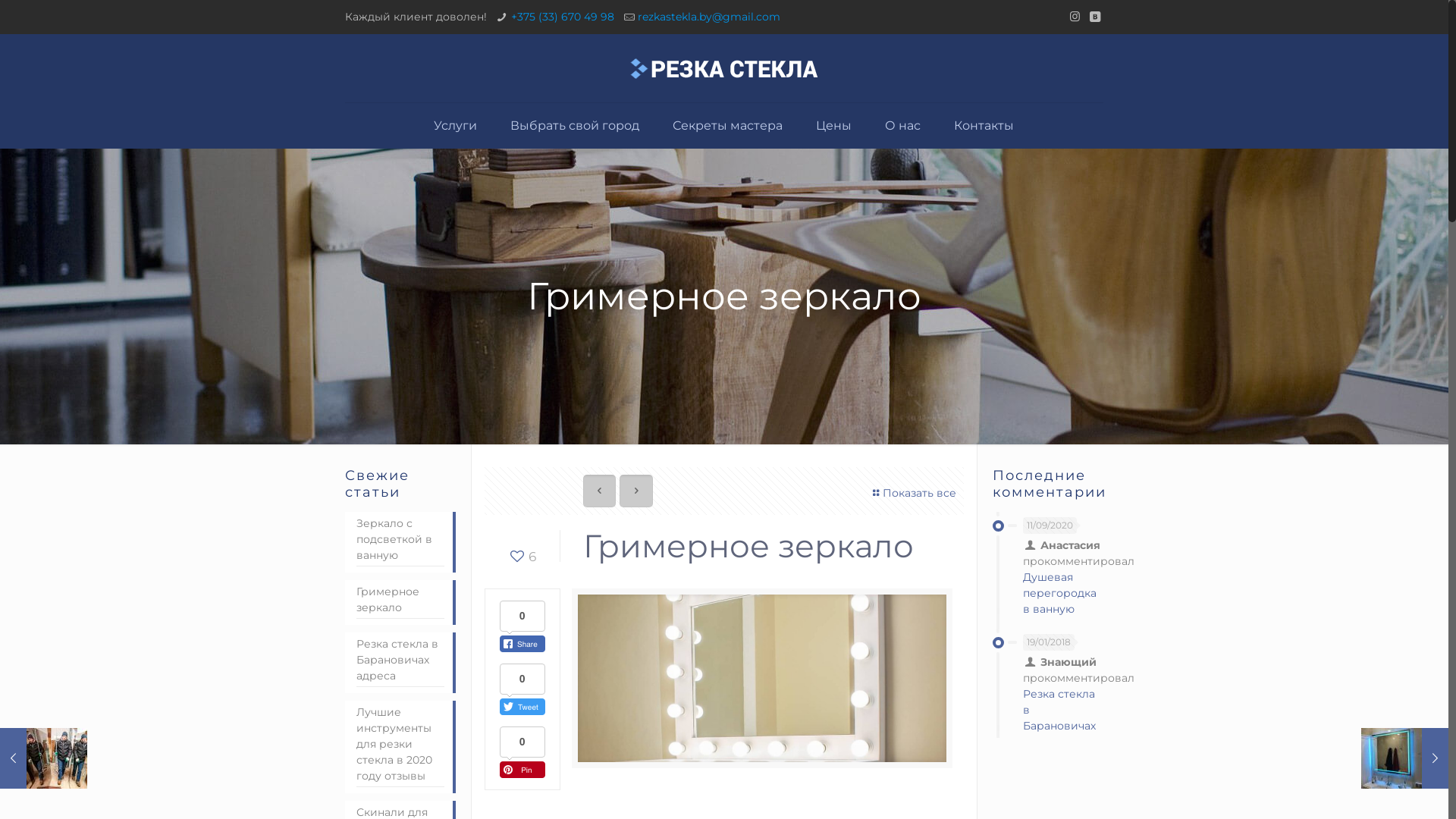 The image size is (1456, 819). I want to click on '+375 (33) 670 49 98', so click(562, 17).